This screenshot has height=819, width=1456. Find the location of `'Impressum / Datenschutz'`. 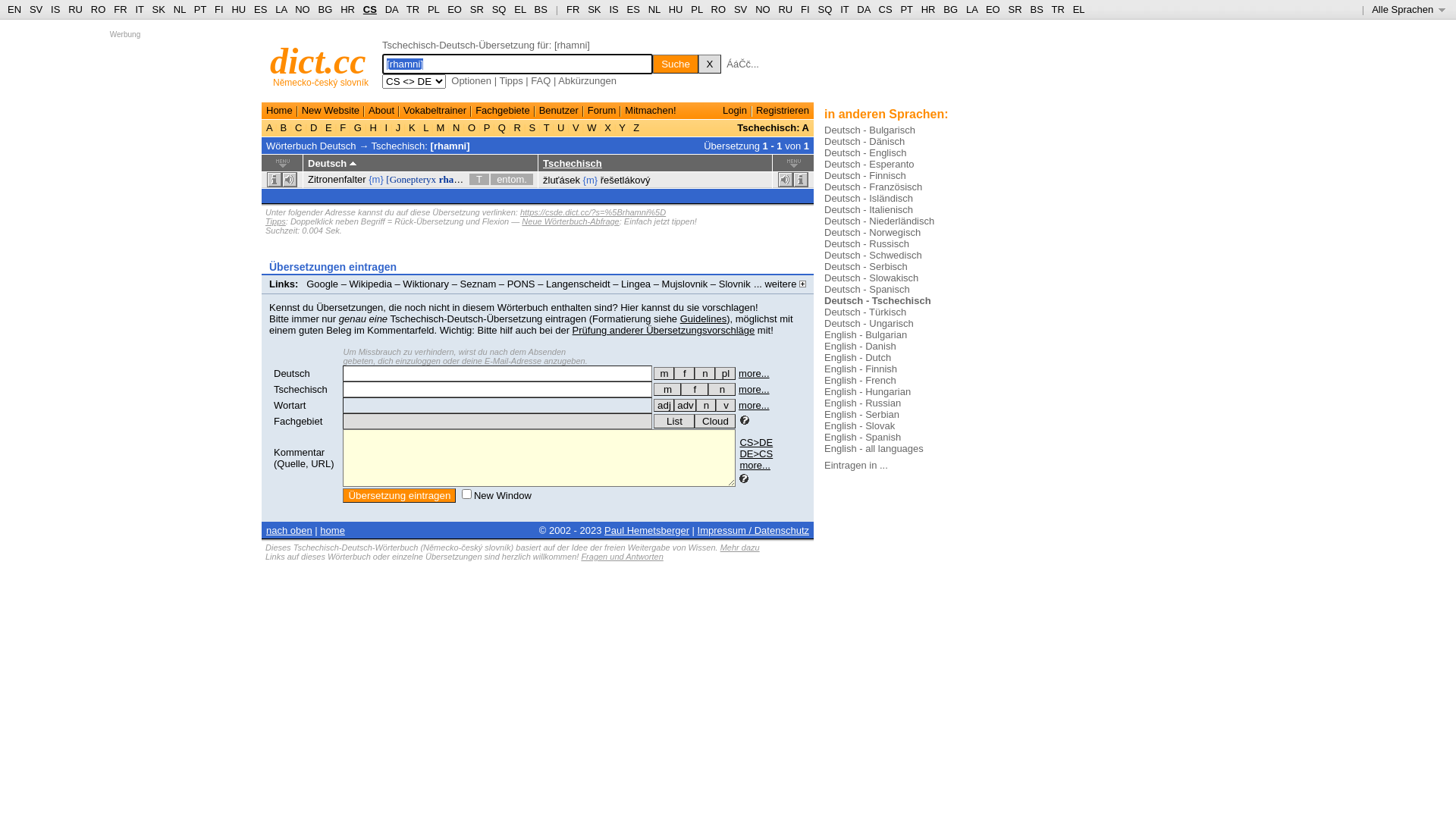

'Impressum / Datenschutz' is located at coordinates (753, 529).